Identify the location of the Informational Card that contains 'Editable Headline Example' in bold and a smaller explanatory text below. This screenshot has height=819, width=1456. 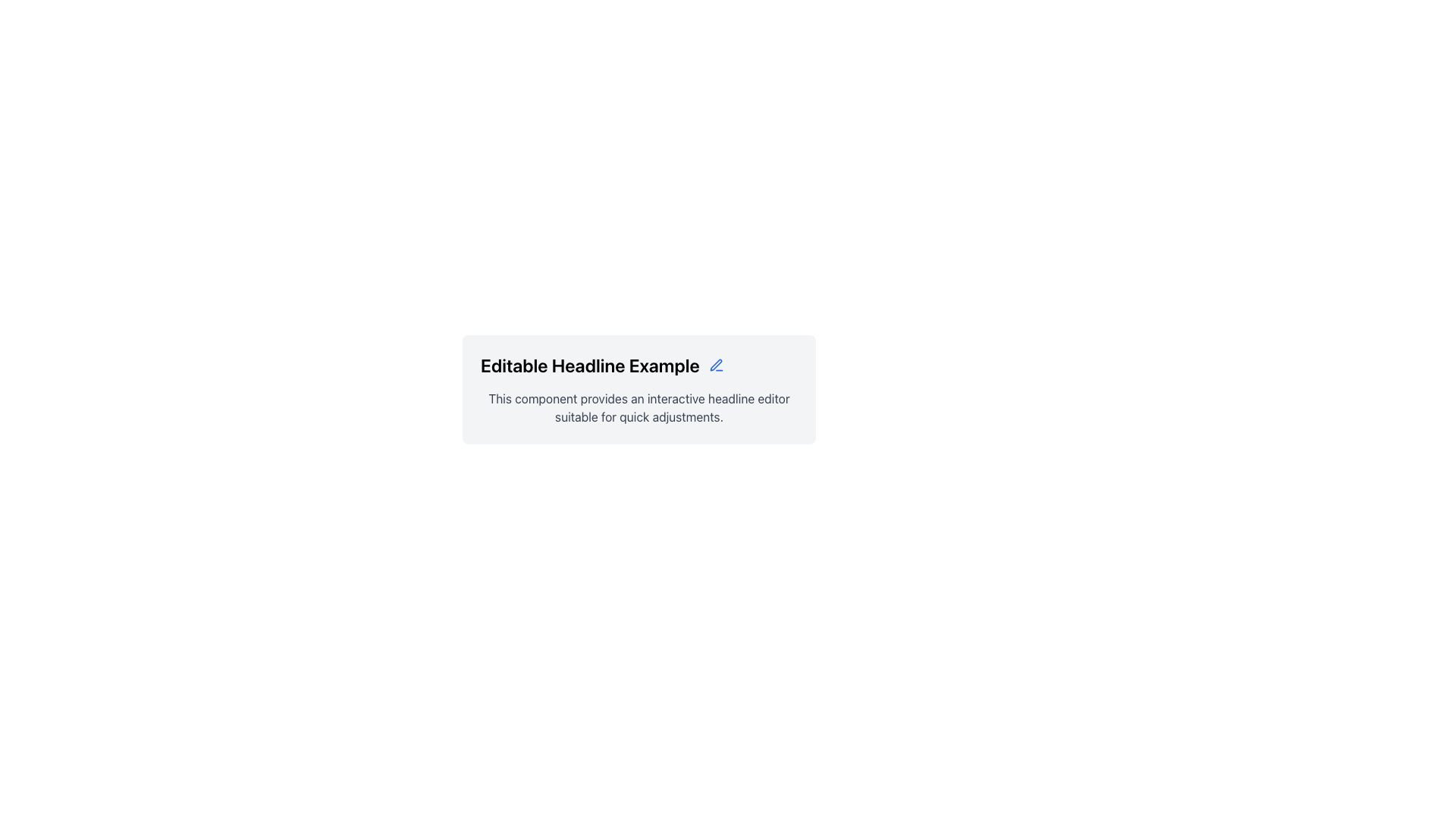
(639, 388).